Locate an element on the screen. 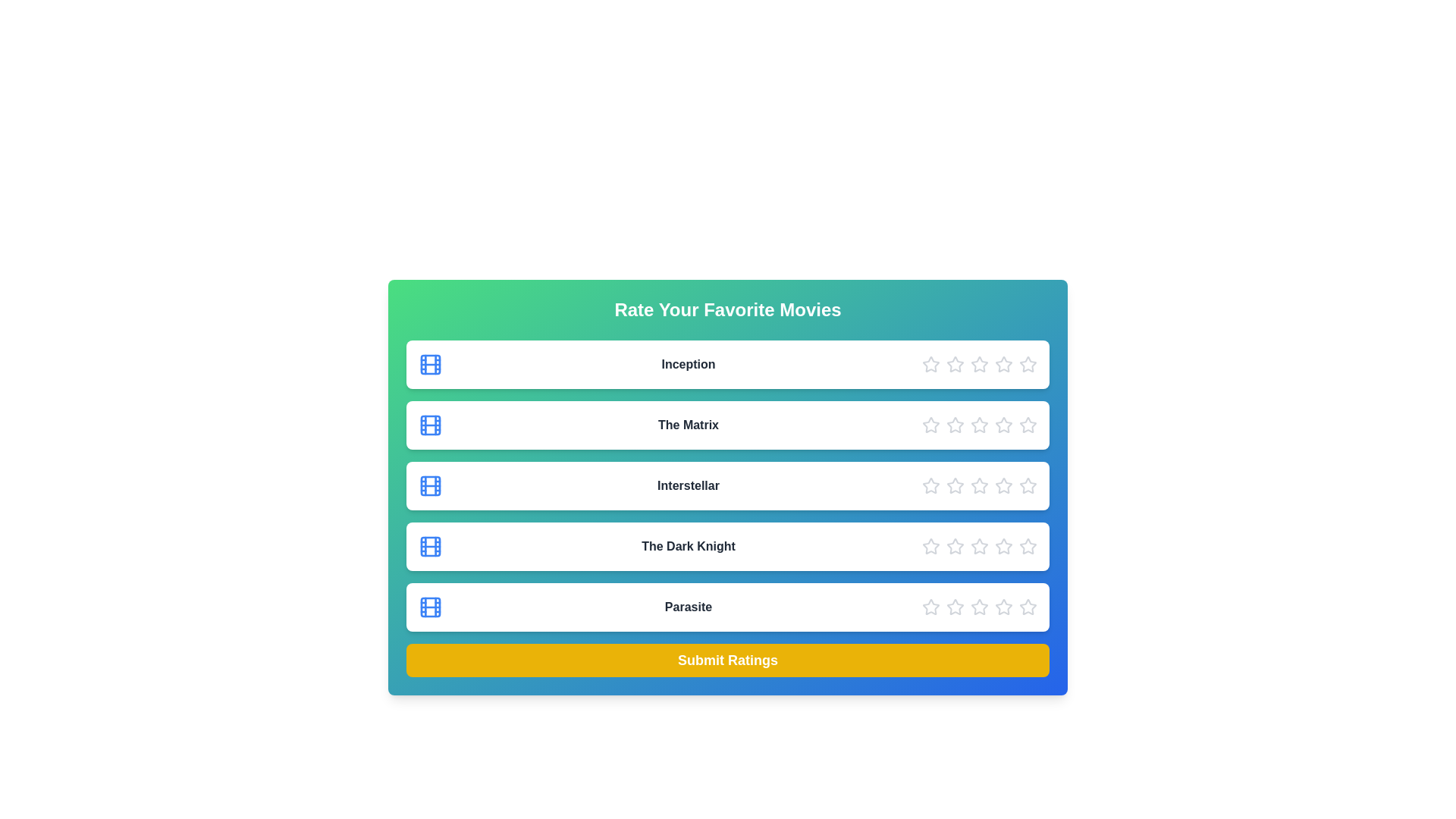  'Submit Ratings' button to submit the ratings is located at coordinates (728, 660).